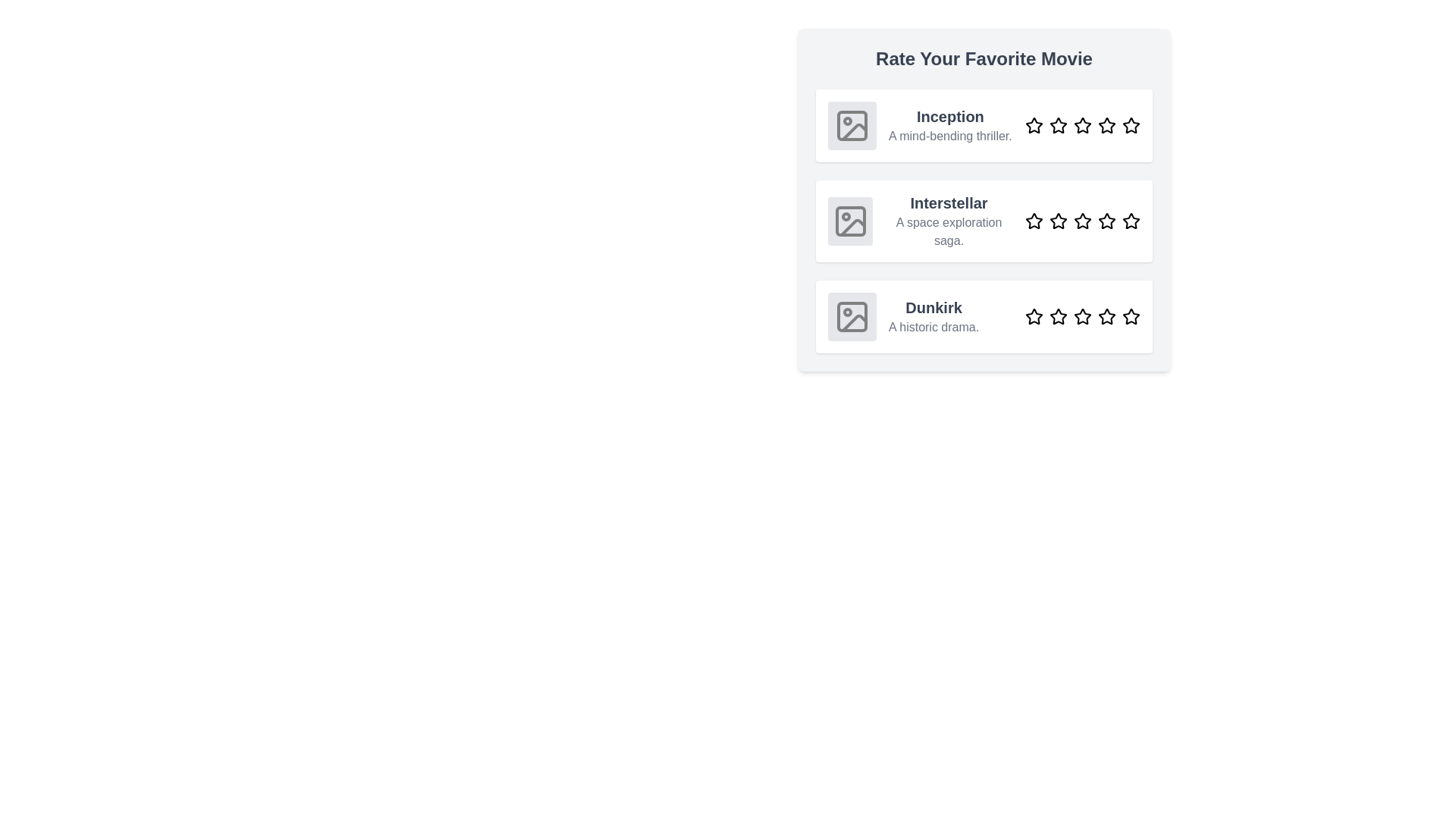 The height and width of the screenshot is (819, 1456). I want to click on the first rating star icon with a black outline to rate the movie 'Inception', so click(1033, 124).